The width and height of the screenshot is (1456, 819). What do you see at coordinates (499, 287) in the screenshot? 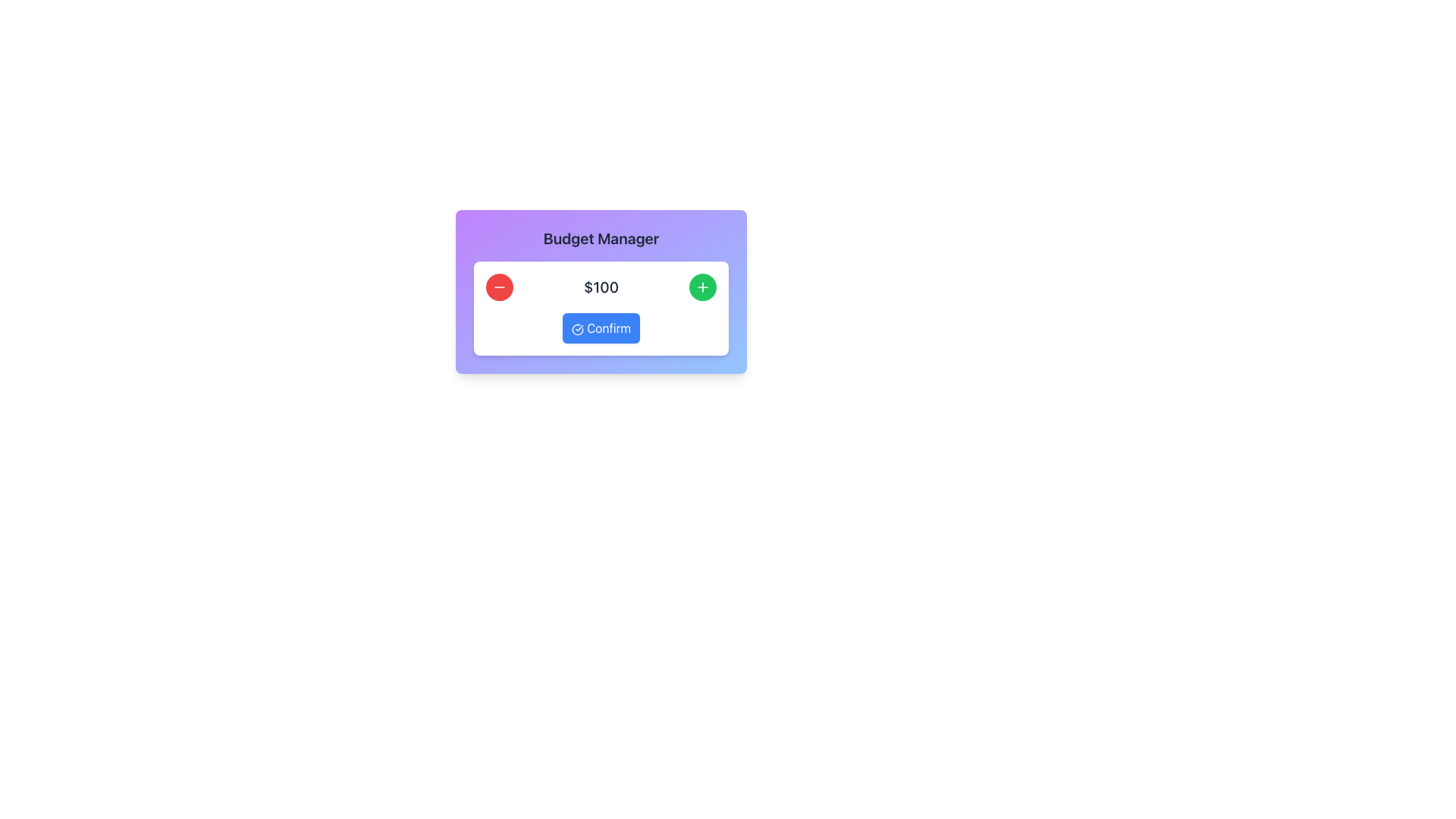
I see `the circular red icon with a minus symbol found within the left-aligned button under the 'Budget Manager' label` at bounding box center [499, 287].